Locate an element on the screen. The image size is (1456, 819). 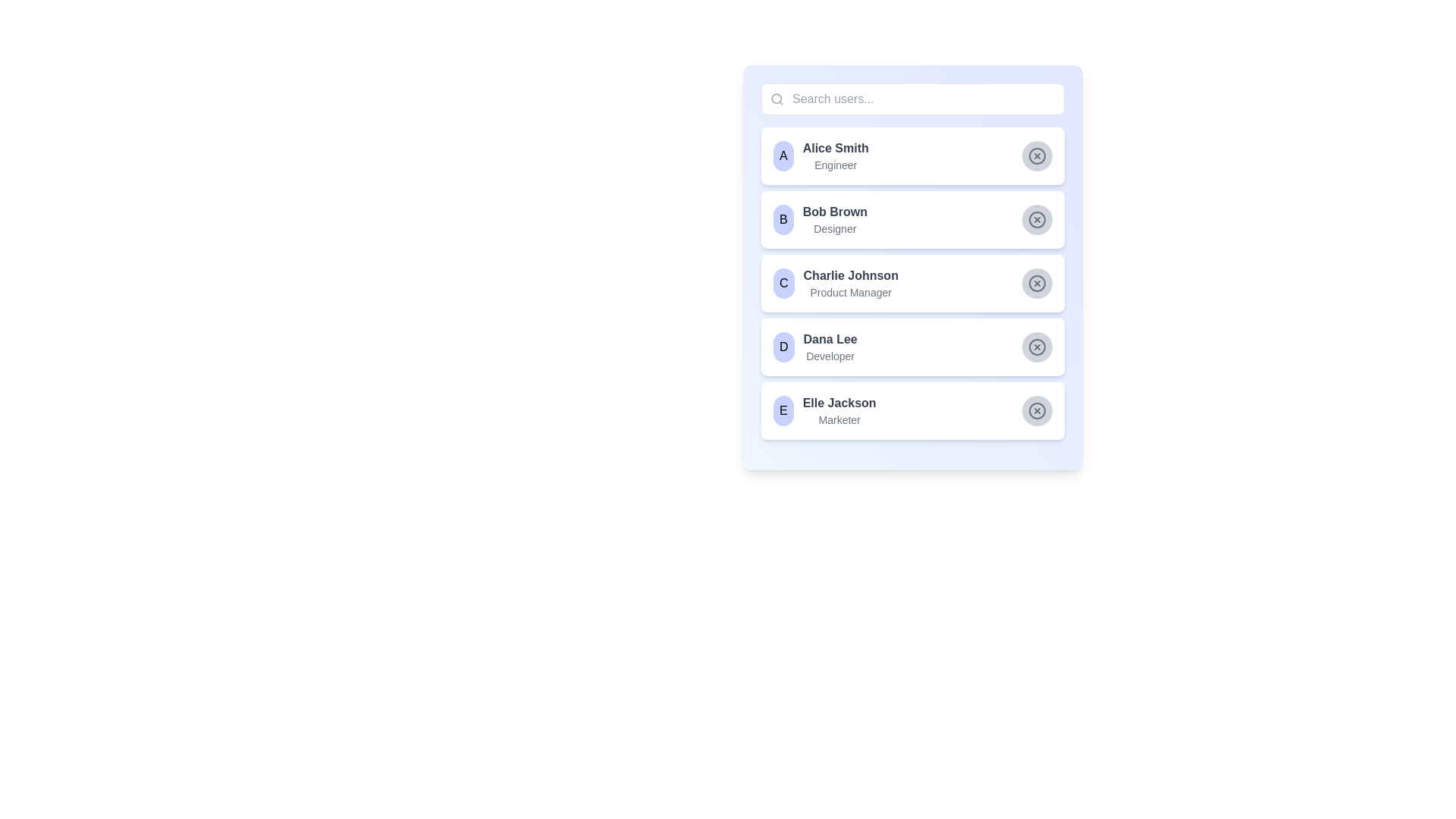
the text label reading 'Marketer', which is styled with a smaller font size and lighter gray color, positioned below the bolded name 'Elle Jackson' in the user directory is located at coordinates (839, 420).